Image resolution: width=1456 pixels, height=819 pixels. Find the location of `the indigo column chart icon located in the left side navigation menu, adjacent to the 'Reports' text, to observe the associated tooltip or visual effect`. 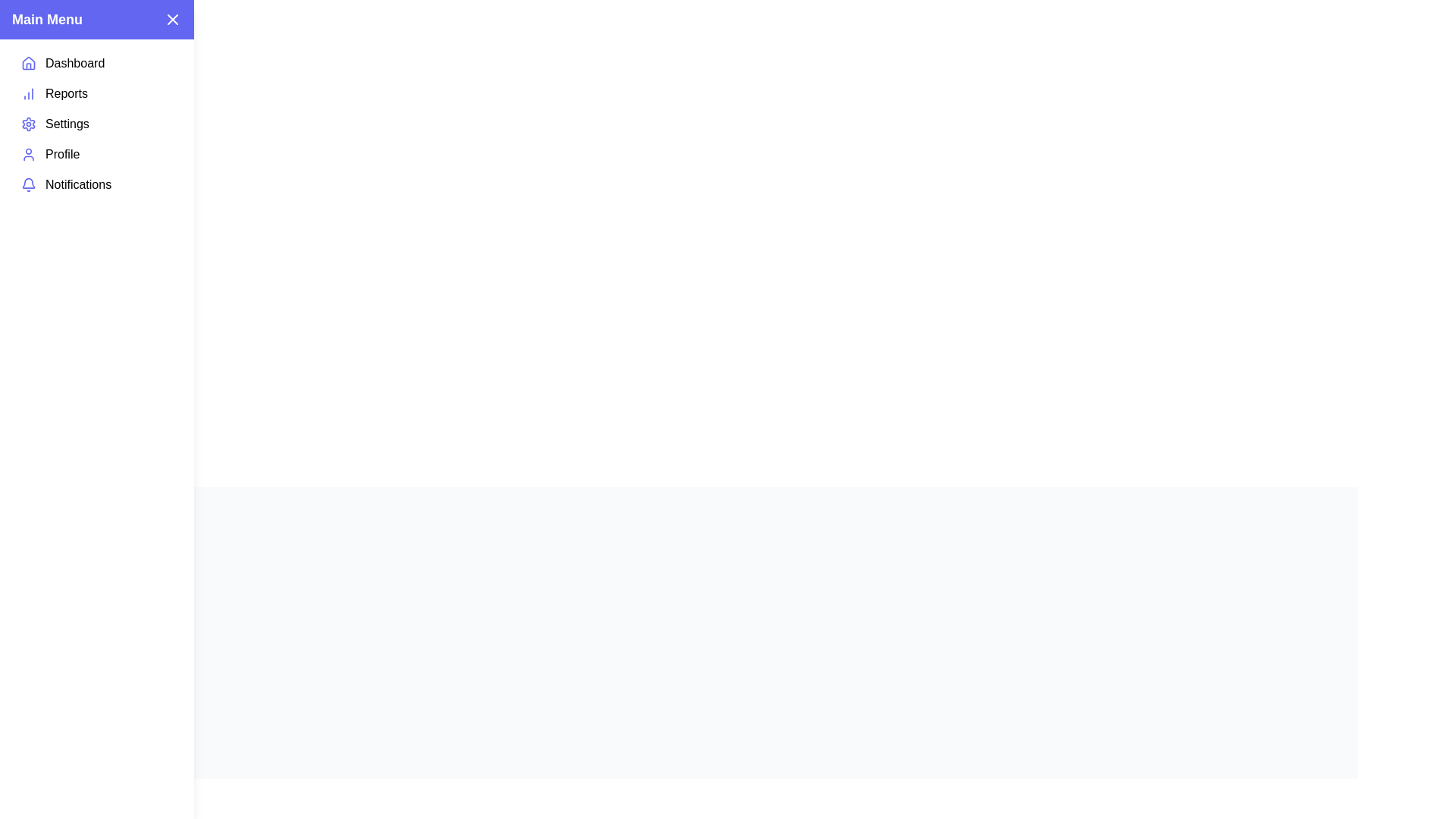

the indigo column chart icon located in the left side navigation menu, adjacent to the 'Reports' text, to observe the associated tooltip or visual effect is located at coordinates (29, 93).